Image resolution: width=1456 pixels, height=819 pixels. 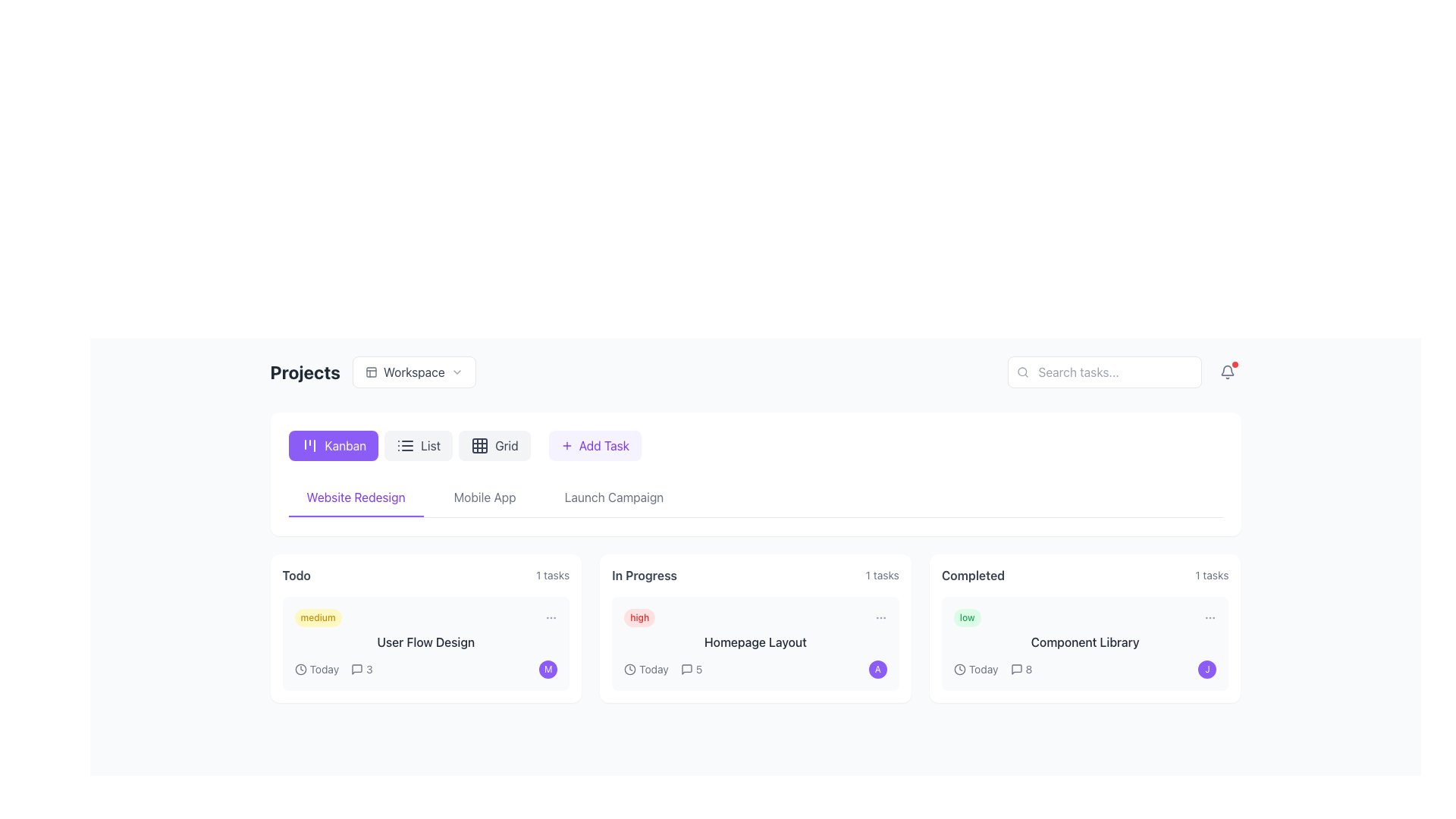 I want to click on the details of the tag or label component located inside the 'Todo' task card, positioned at the top left side, next to the three-dot menu button, so click(x=425, y=617).